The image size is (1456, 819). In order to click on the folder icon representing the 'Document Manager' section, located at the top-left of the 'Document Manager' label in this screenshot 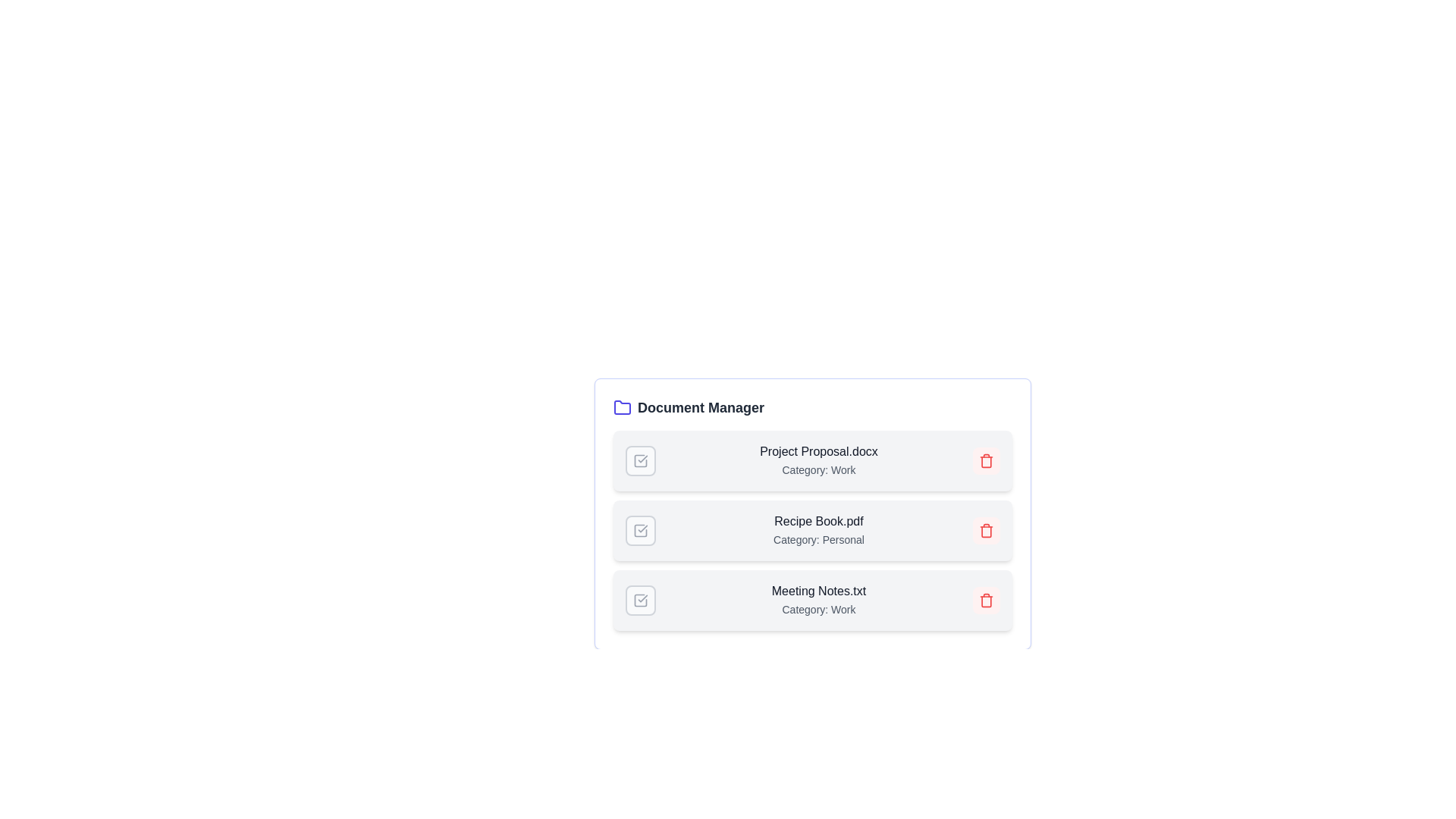, I will do `click(622, 406)`.